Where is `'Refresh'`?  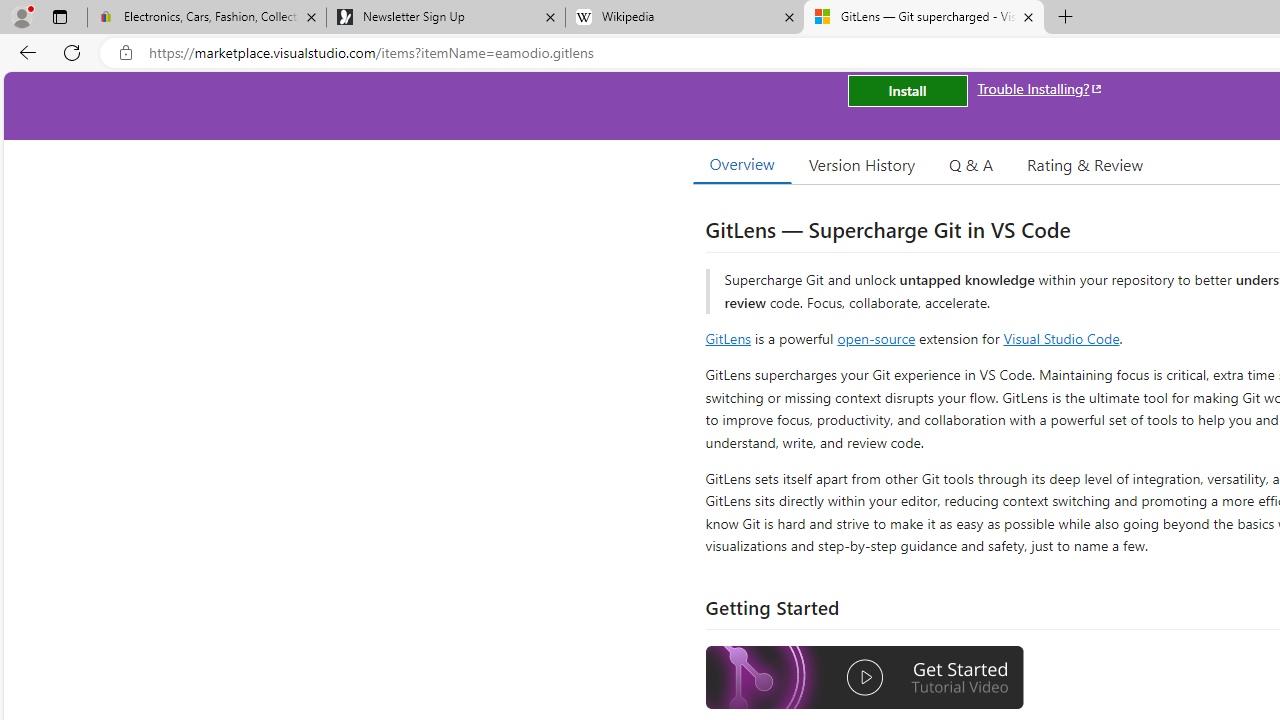
'Refresh' is located at coordinates (72, 51).